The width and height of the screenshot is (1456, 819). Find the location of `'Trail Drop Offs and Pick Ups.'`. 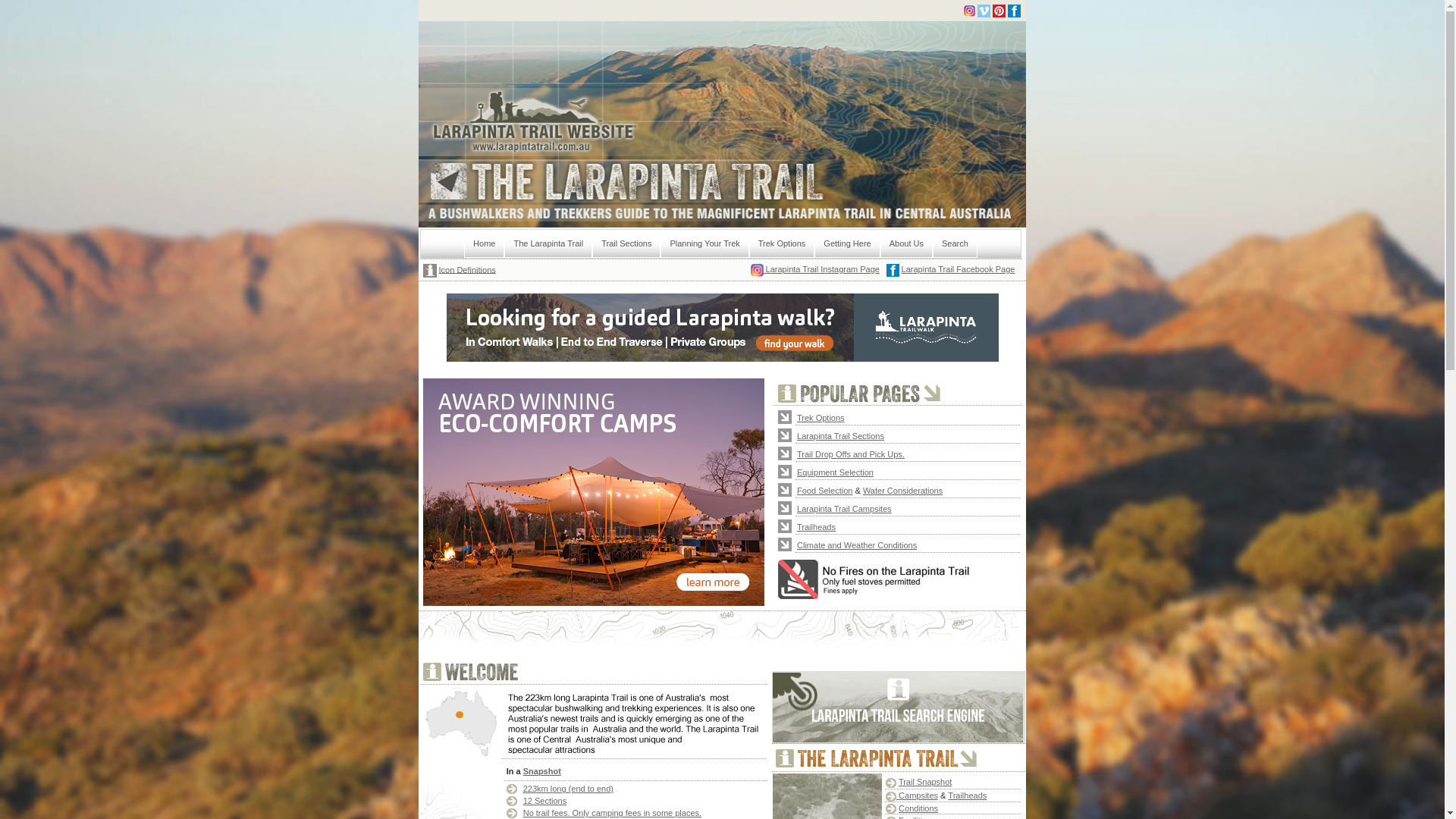

'Trail Drop Offs and Pick Ups.' is located at coordinates (796, 452).